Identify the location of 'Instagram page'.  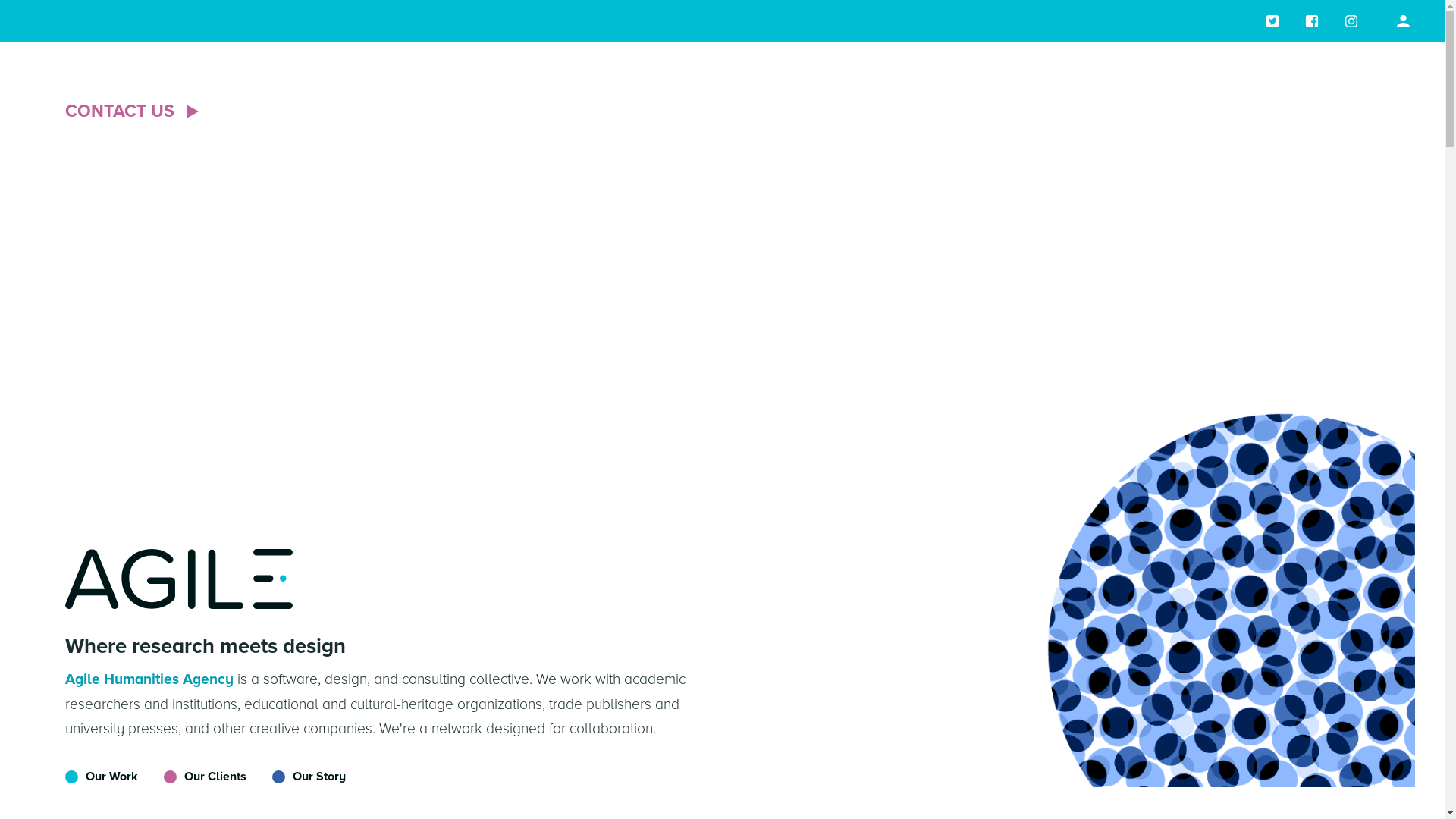
(1351, 20).